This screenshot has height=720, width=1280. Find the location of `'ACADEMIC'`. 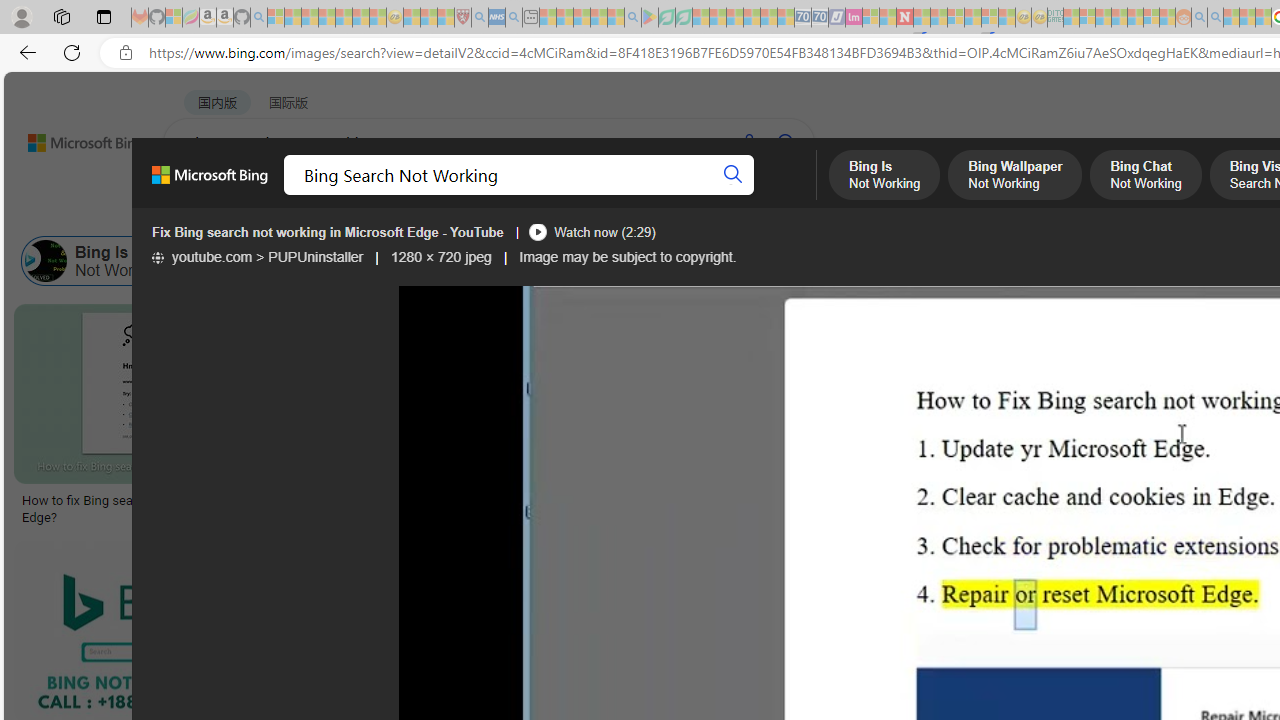

'ACADEMIC' is located at coordinates (634, 195).